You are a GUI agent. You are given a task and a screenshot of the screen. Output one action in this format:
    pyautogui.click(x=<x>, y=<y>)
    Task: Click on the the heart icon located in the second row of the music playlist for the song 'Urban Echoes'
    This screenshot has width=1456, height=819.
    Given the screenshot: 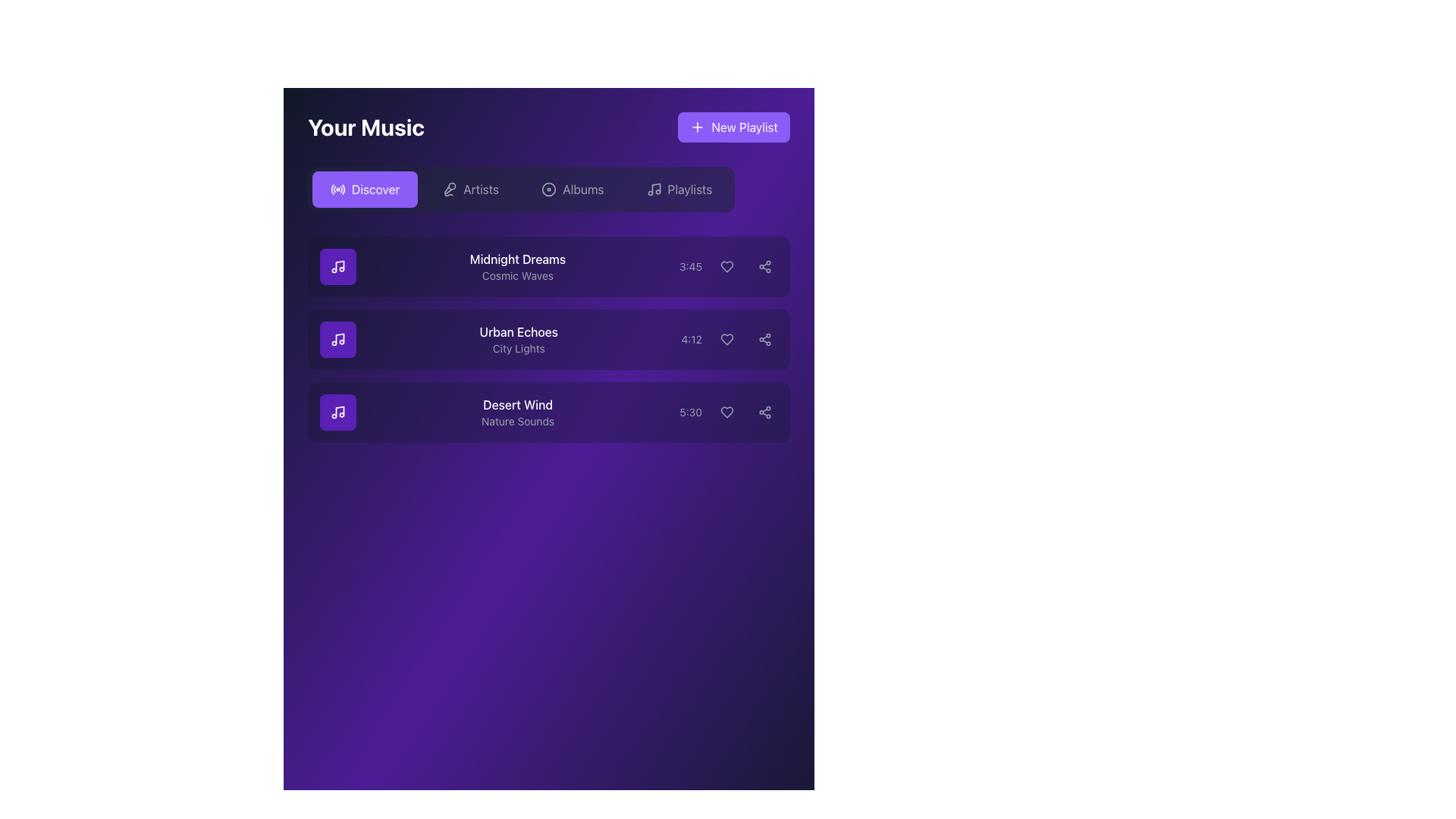 What is the action you would take?
    pyautogui.click(x=726, y=338)
    